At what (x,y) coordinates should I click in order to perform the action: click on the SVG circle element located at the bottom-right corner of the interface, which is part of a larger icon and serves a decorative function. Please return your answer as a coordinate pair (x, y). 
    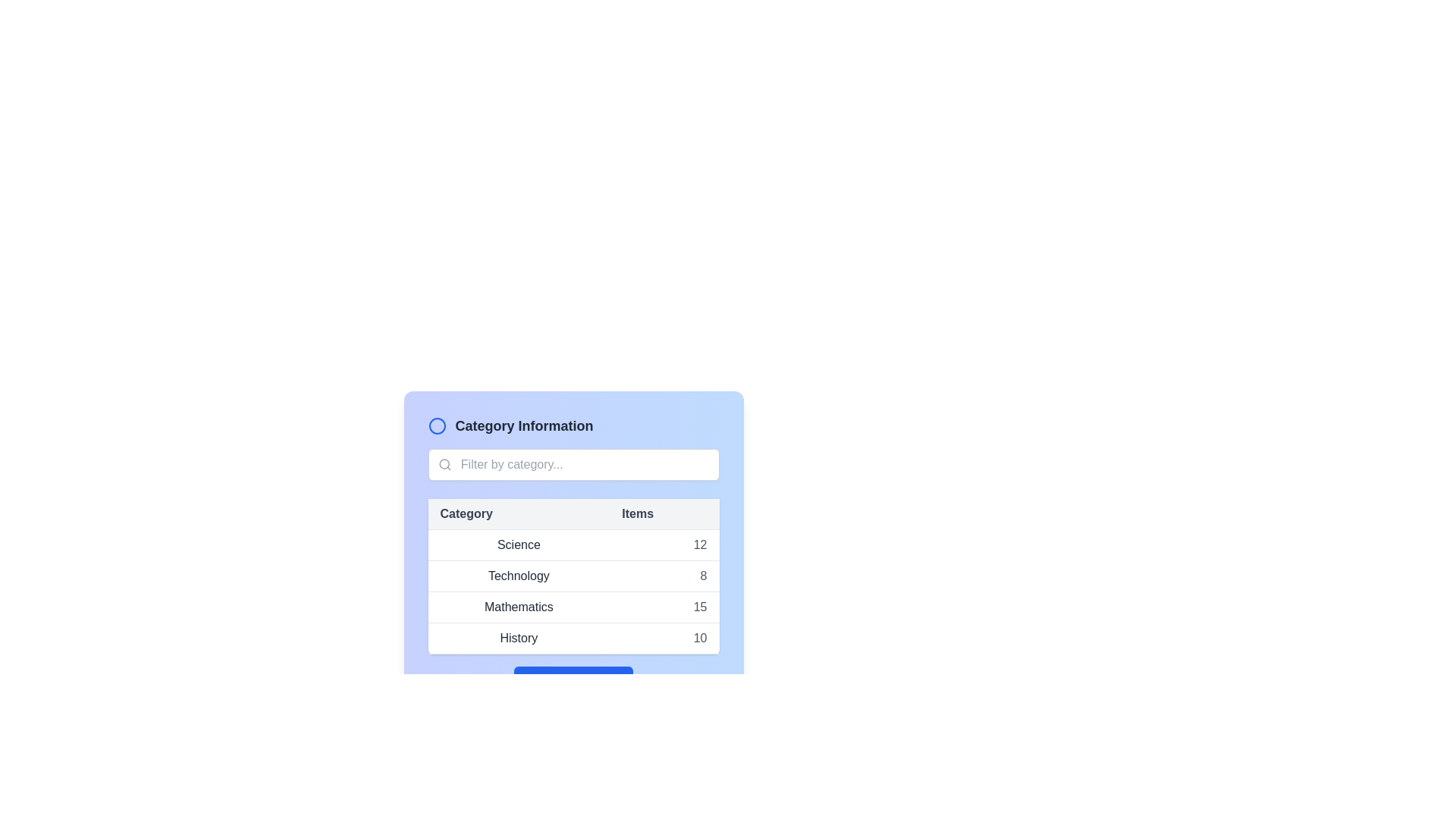
    Looking at the image, I should click on (609, 680).